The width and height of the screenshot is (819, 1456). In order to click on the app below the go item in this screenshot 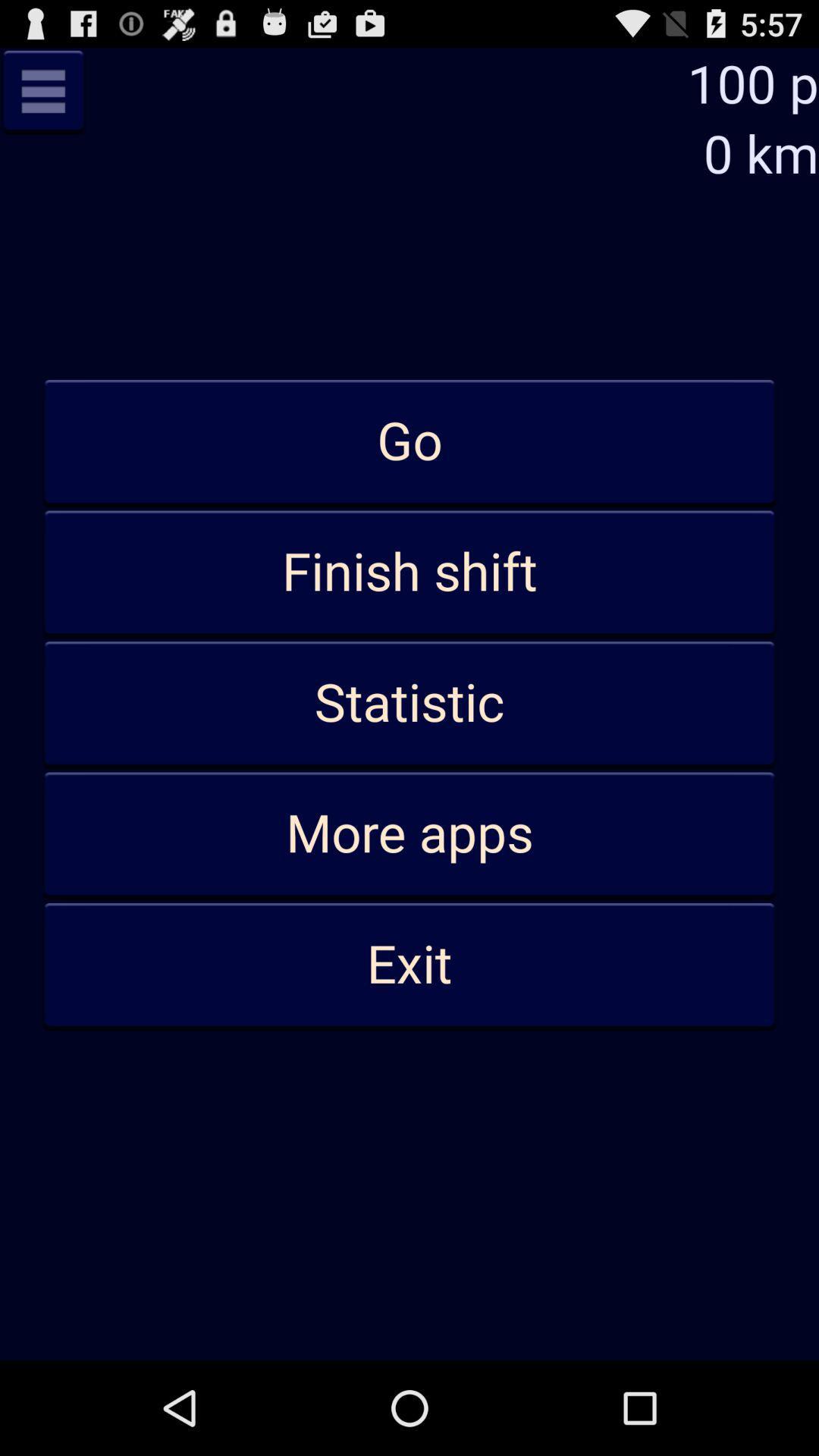, I will do `click(409, 573)`.